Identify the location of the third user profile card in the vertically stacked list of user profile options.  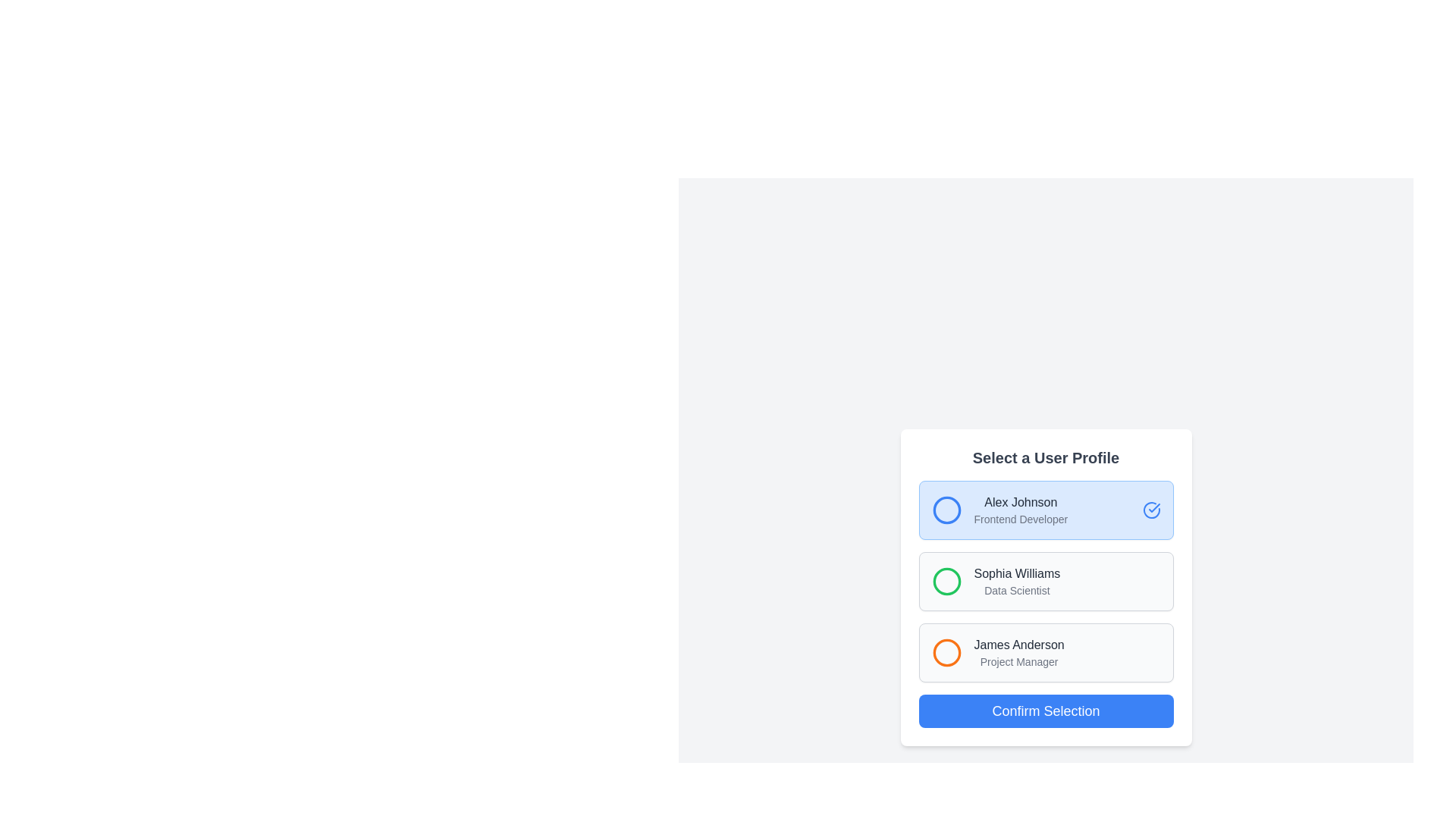
(998, 651).